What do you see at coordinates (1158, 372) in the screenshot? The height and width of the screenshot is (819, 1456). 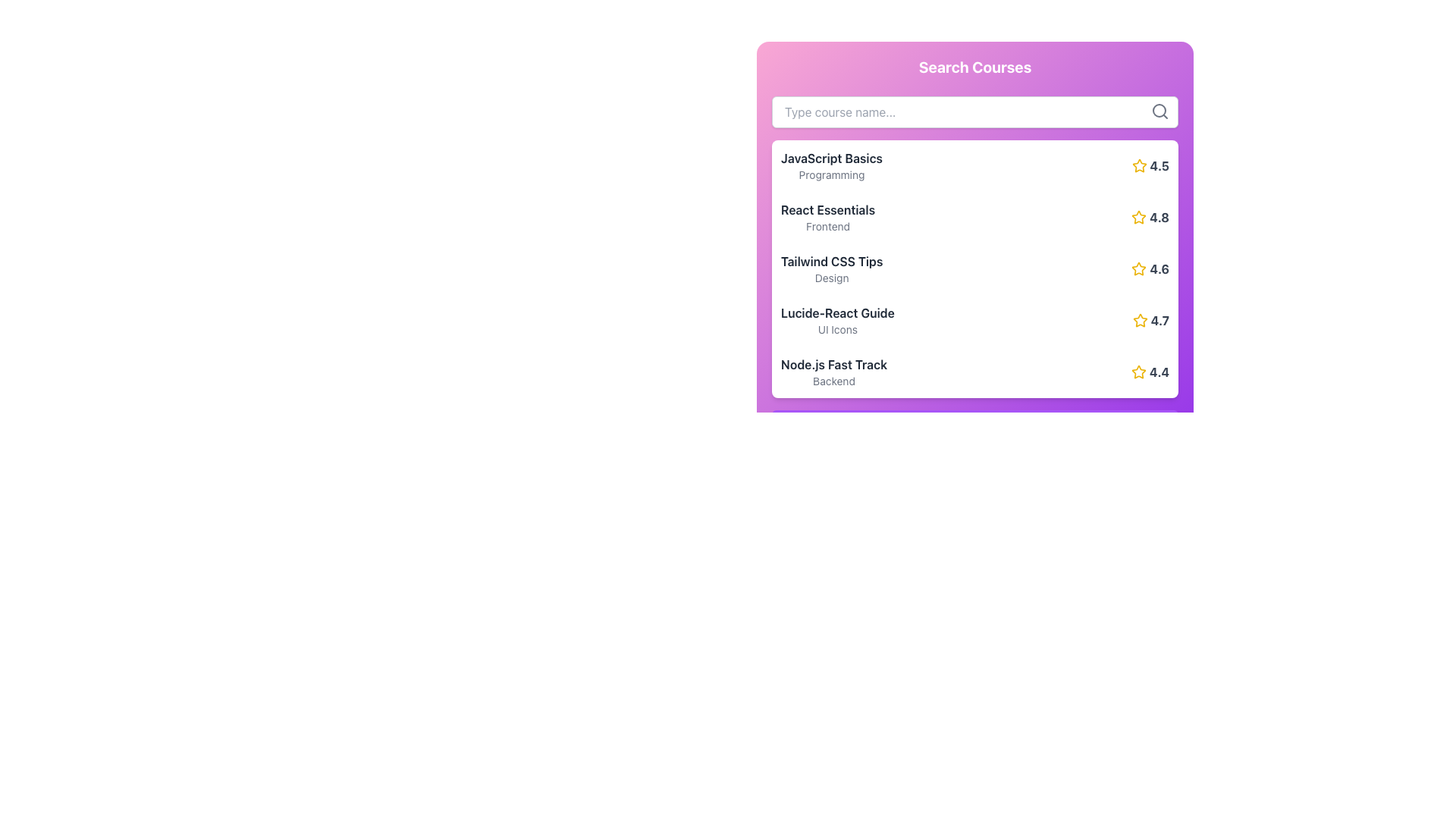 I see `the text label displaying the value '4.4' which is bold and gray, located beside a yellow star icon as the last item in the rating list` at bounding box center [1158, 372].